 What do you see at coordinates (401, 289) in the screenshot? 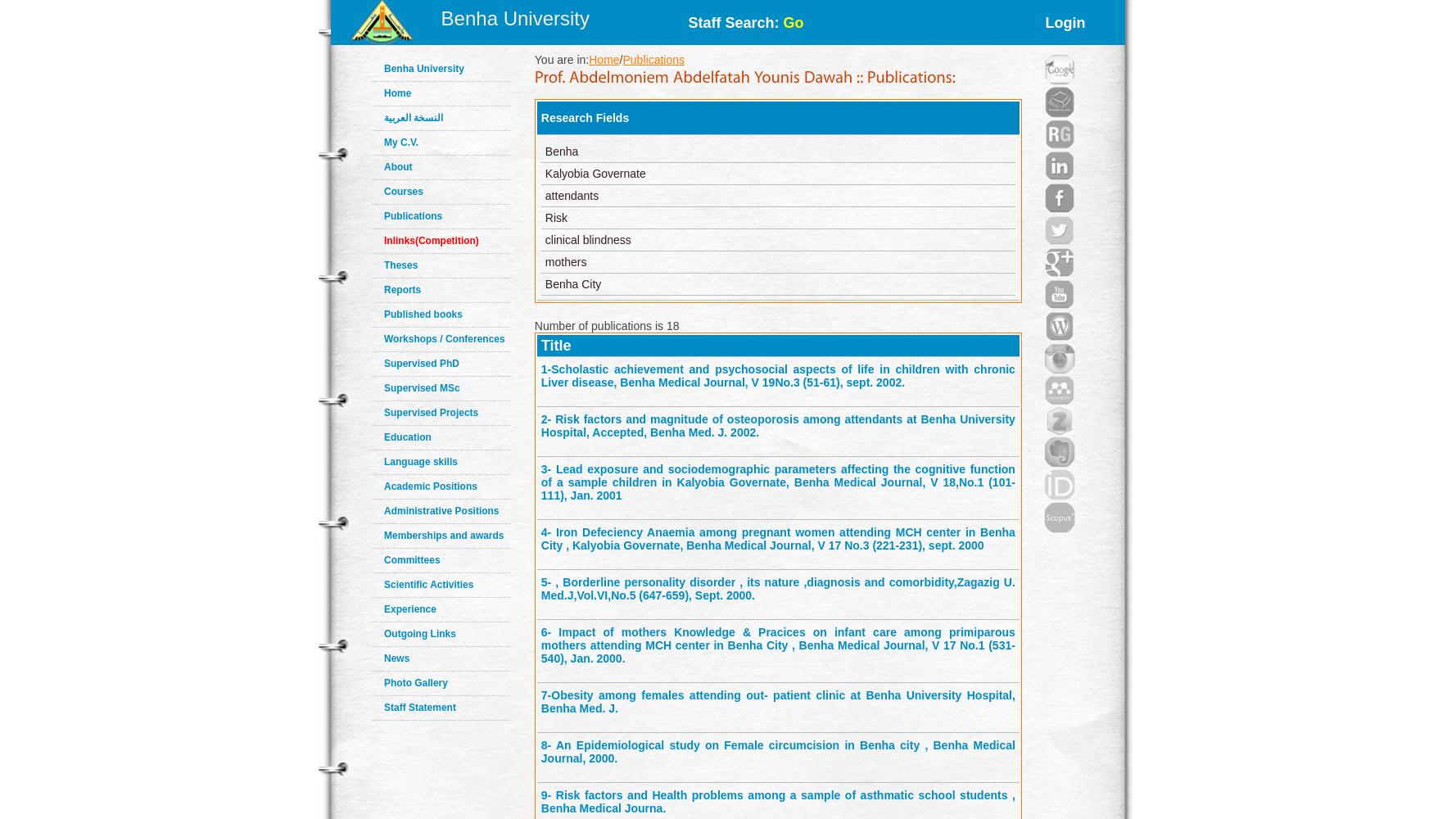
I see `'Reports'` at bounding box center [401, 289].